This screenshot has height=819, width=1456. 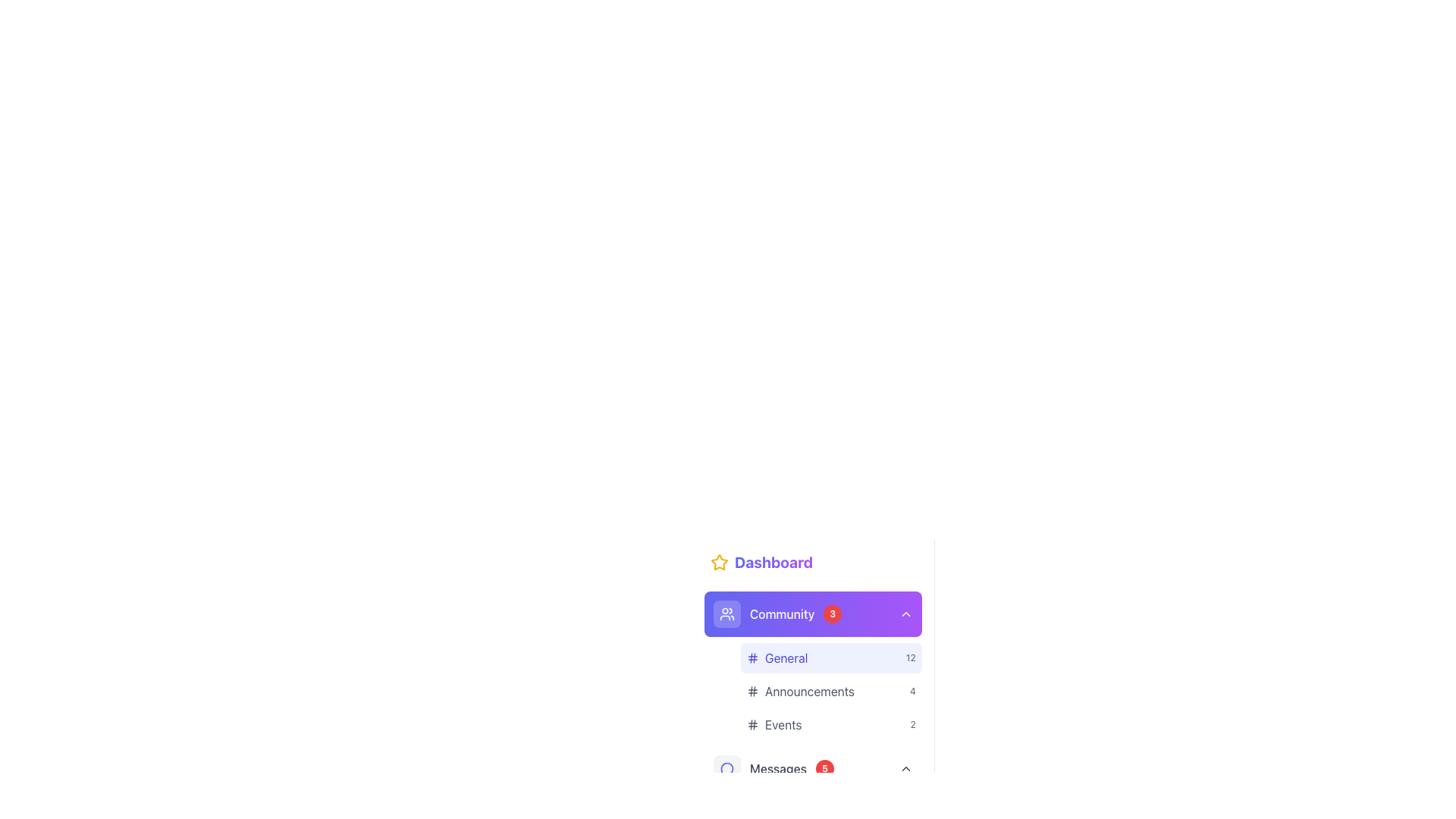 What do you see at coordinates (912, 724) in the screenshot?
I see `the small, light gray text displaying the number '2' located within the 'Events' entry in the list of community topics, positioned in the bottom center-right region of the displayed sidebar` at bounding box center [912, 724].